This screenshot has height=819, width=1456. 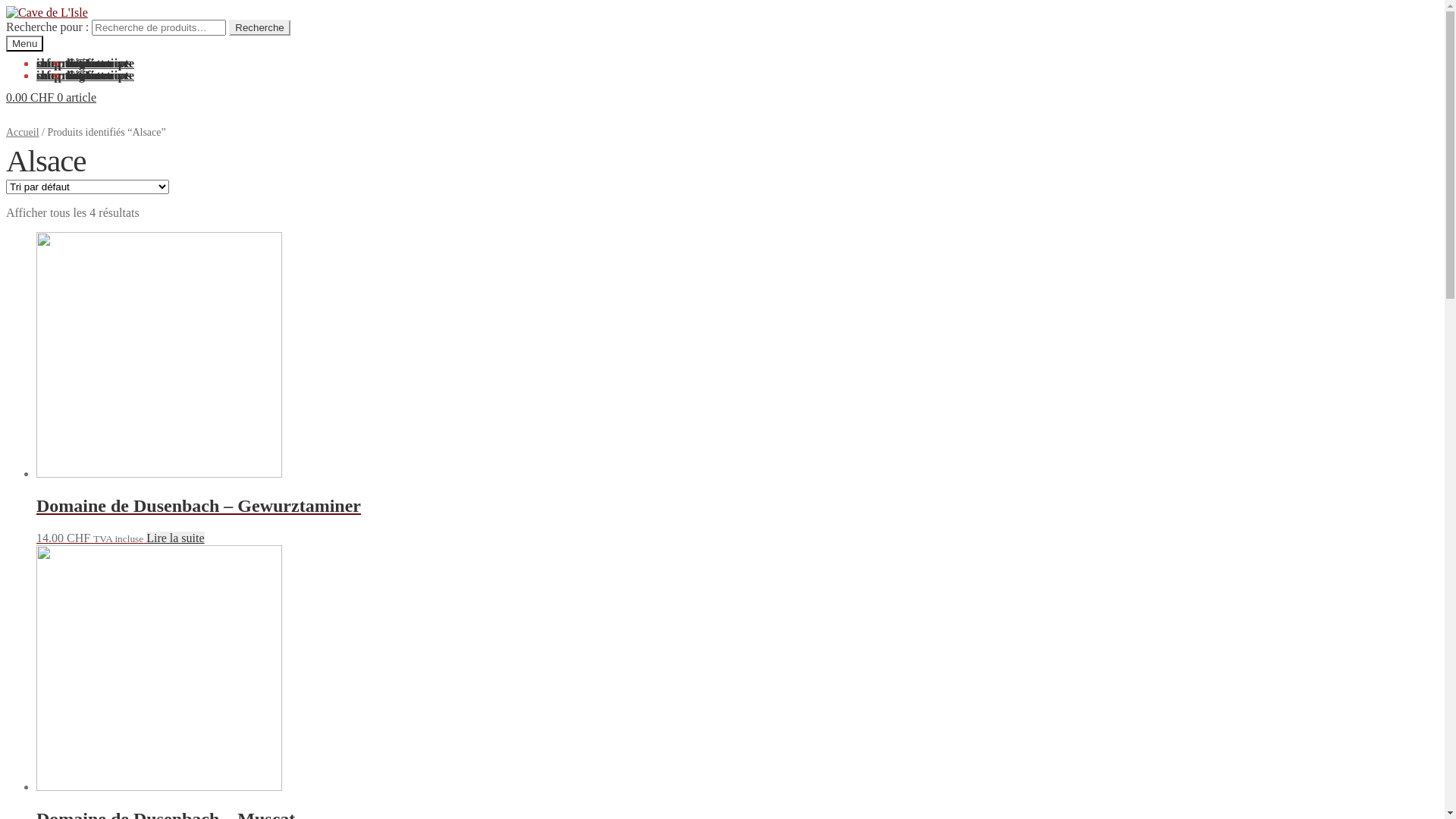 I want to click on 'horaires', so click(x=65, y=75).